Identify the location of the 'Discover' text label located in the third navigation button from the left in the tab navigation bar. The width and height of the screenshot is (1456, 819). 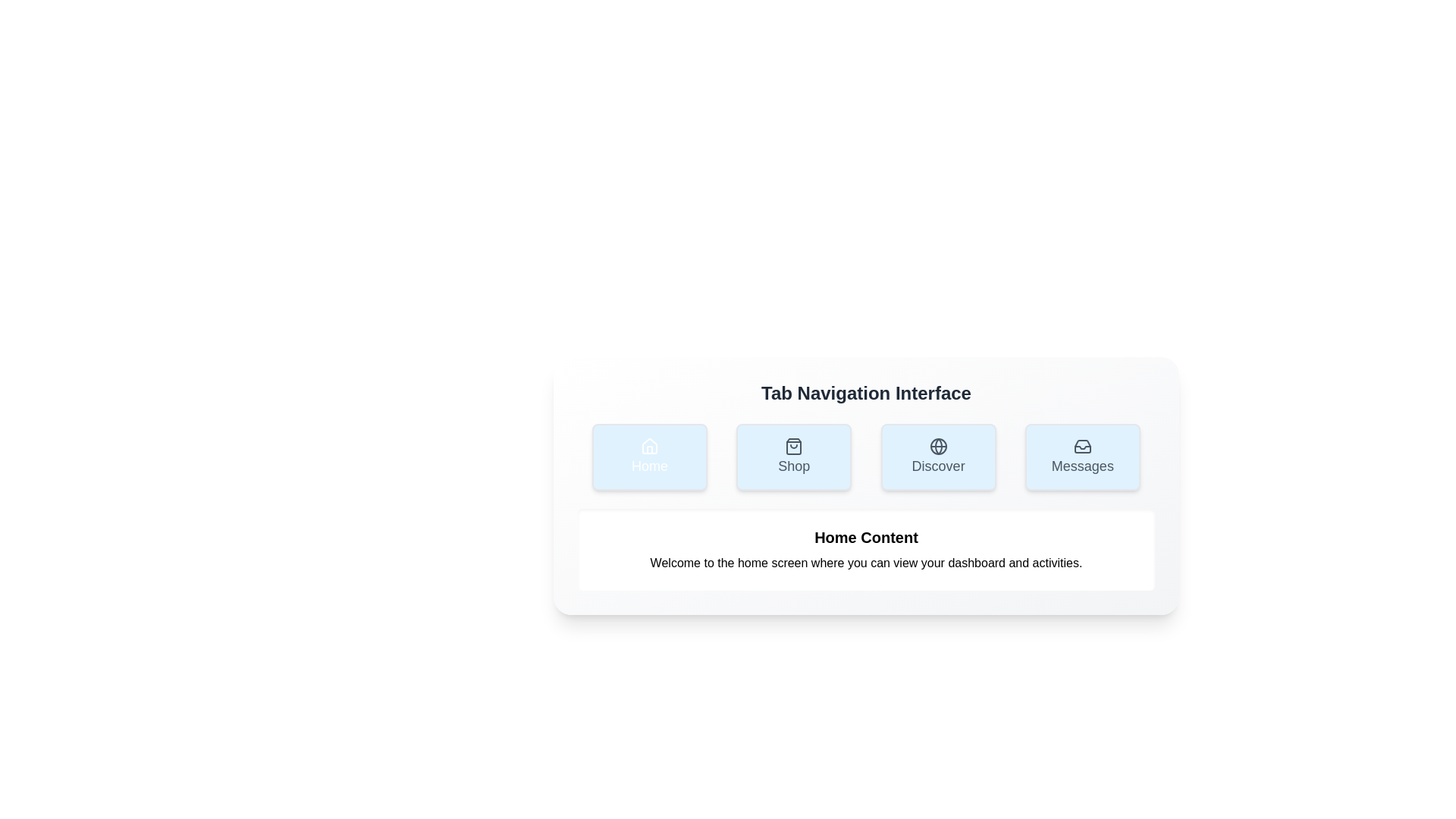
(937, 465).